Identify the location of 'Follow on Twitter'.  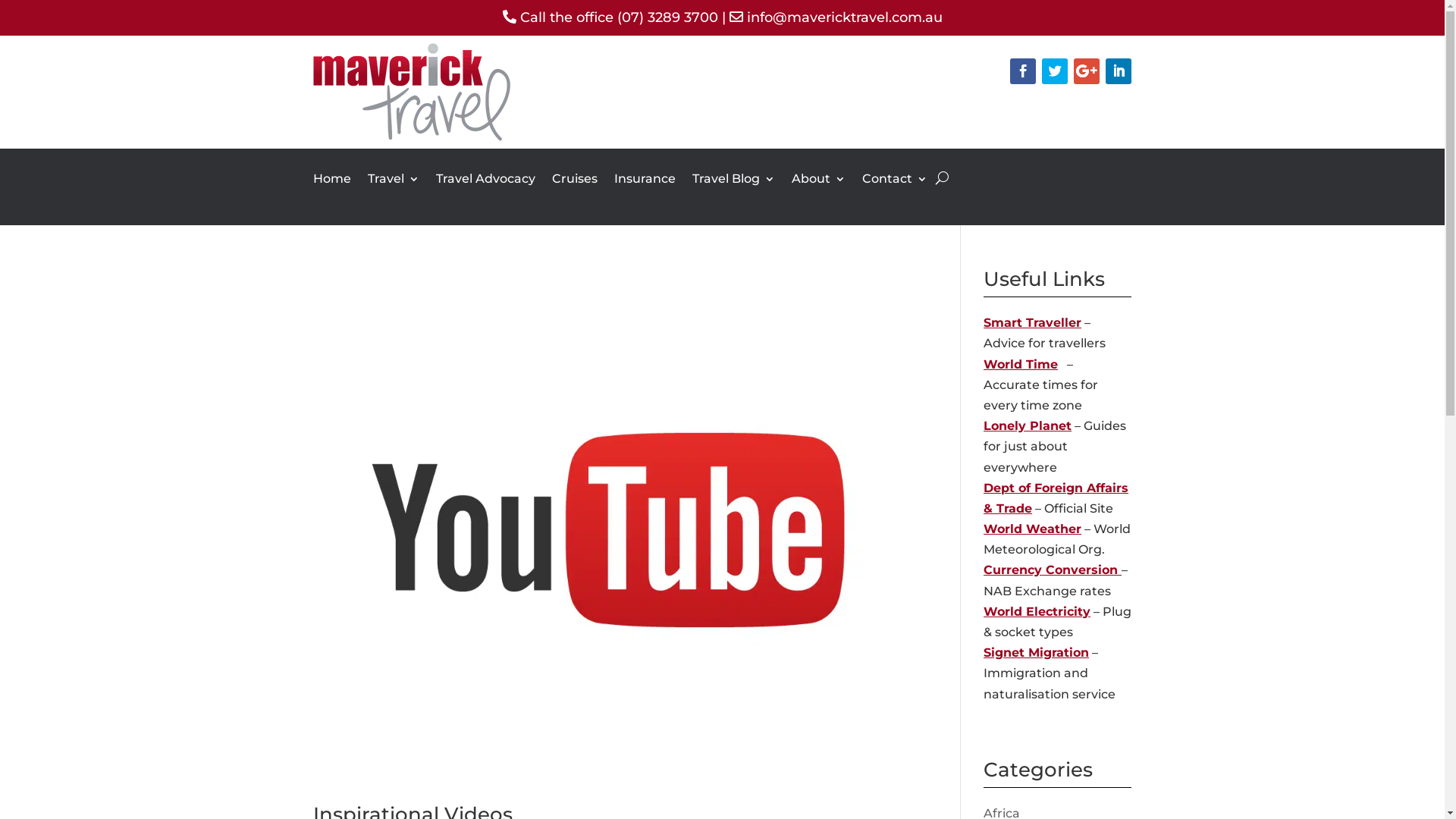
(1054, 71).